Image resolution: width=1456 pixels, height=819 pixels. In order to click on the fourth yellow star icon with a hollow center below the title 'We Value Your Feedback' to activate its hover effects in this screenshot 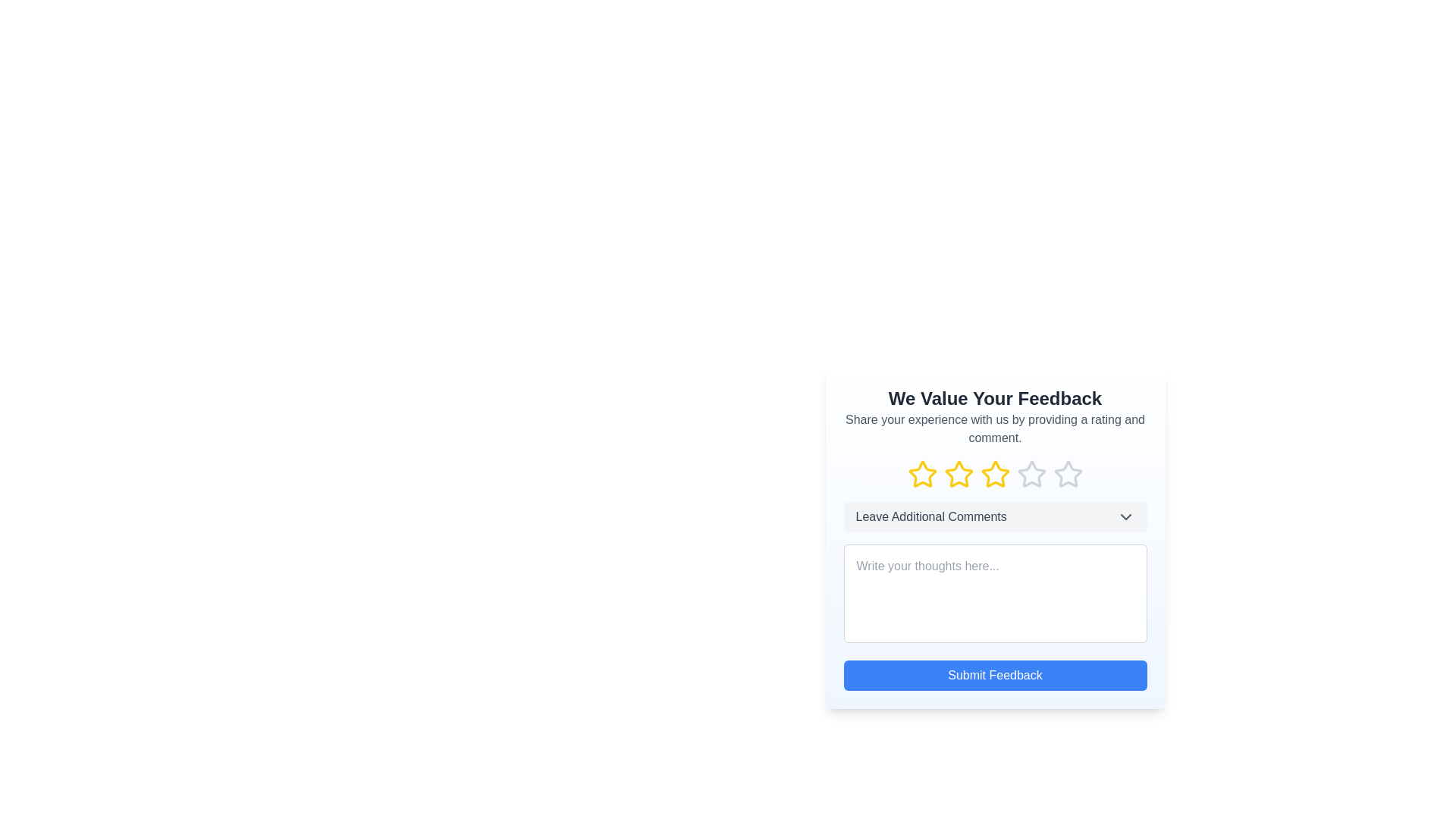, I will do `click(995, 473)`.